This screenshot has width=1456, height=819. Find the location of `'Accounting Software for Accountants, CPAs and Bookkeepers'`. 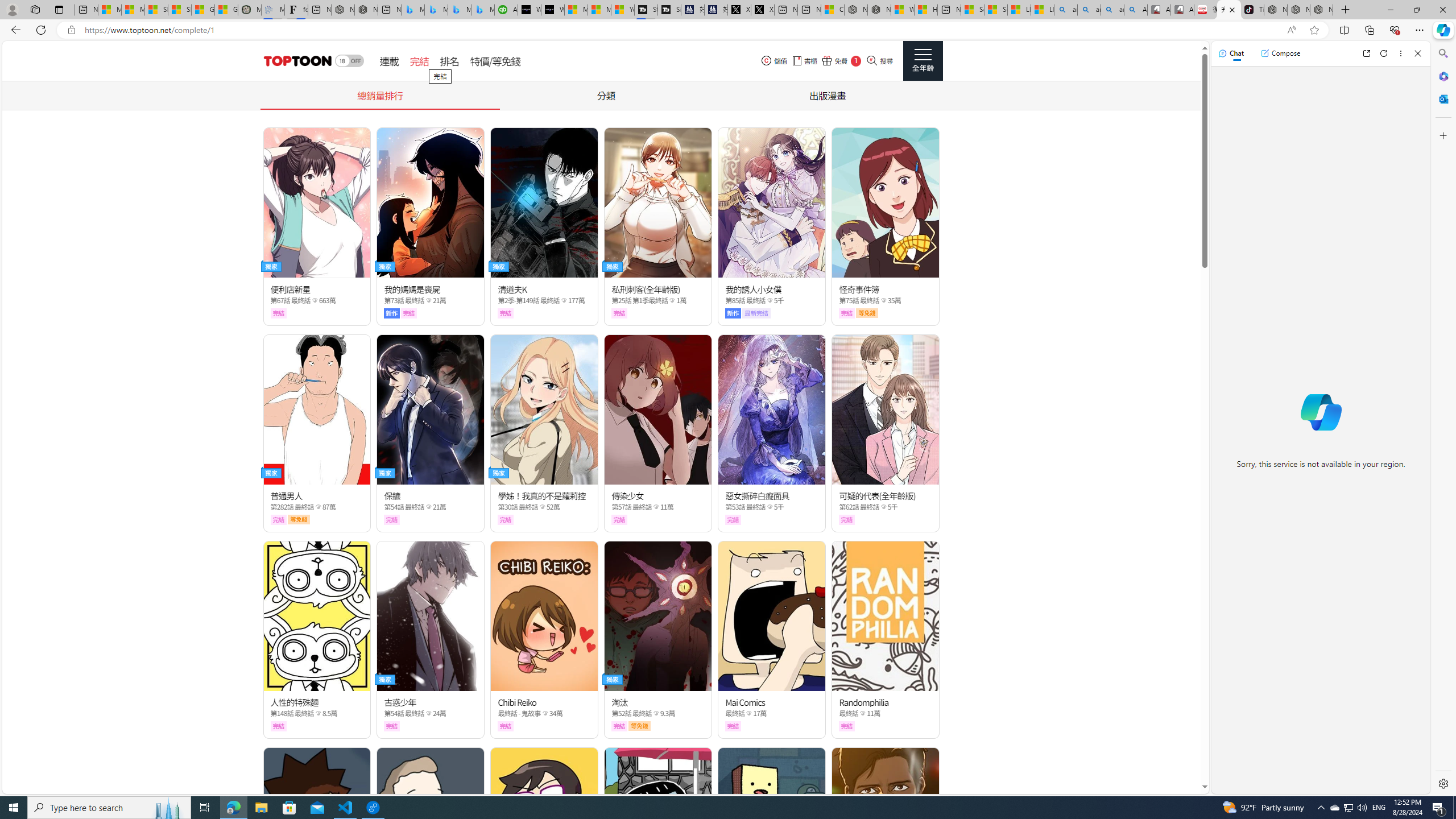

'Accounting Software for Accountants, CPAs and Bookkeepers' is located at coordinates (505, 9).